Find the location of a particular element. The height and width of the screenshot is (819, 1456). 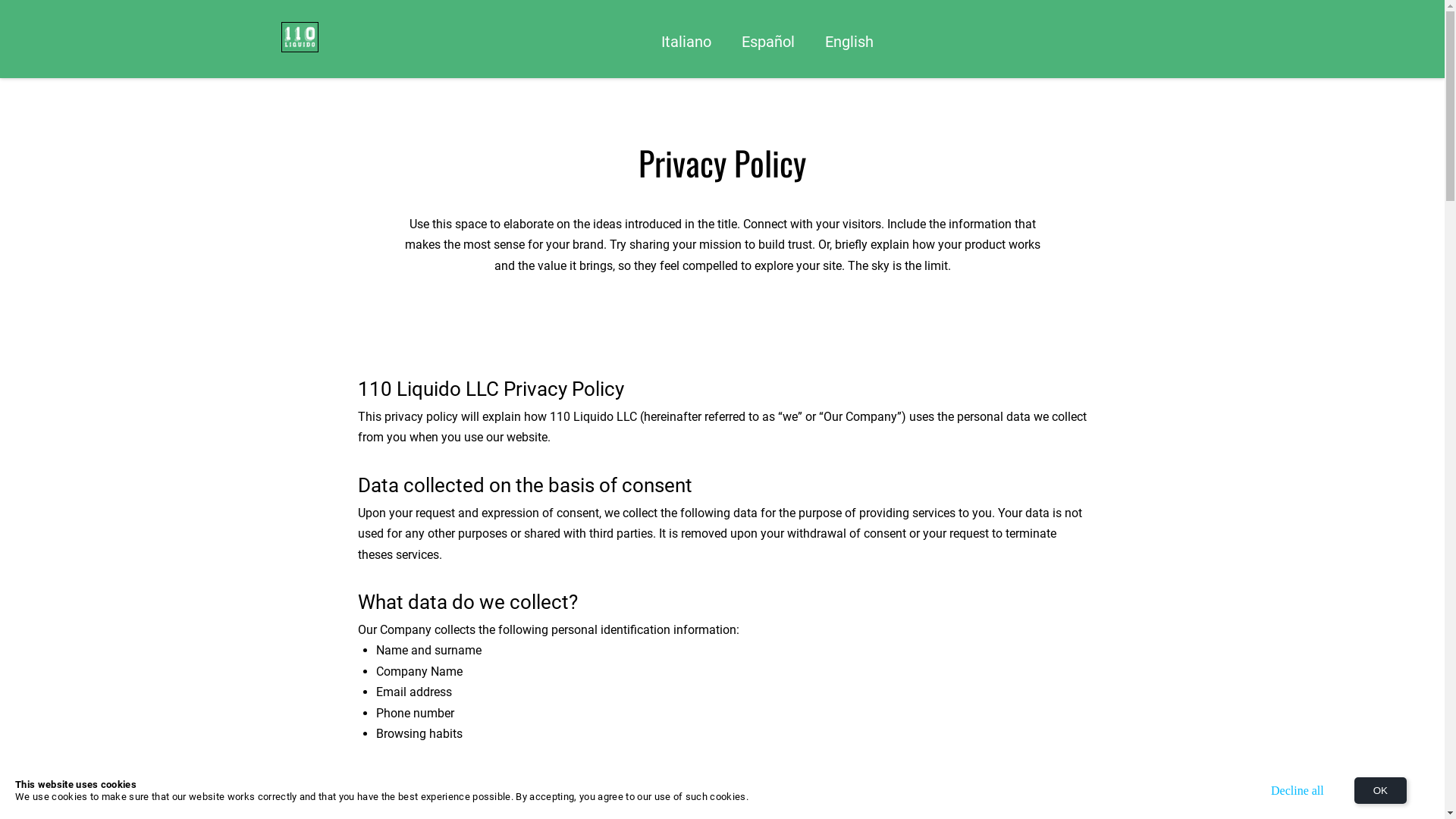

'Italiano' is located at coordinates (686, 41).